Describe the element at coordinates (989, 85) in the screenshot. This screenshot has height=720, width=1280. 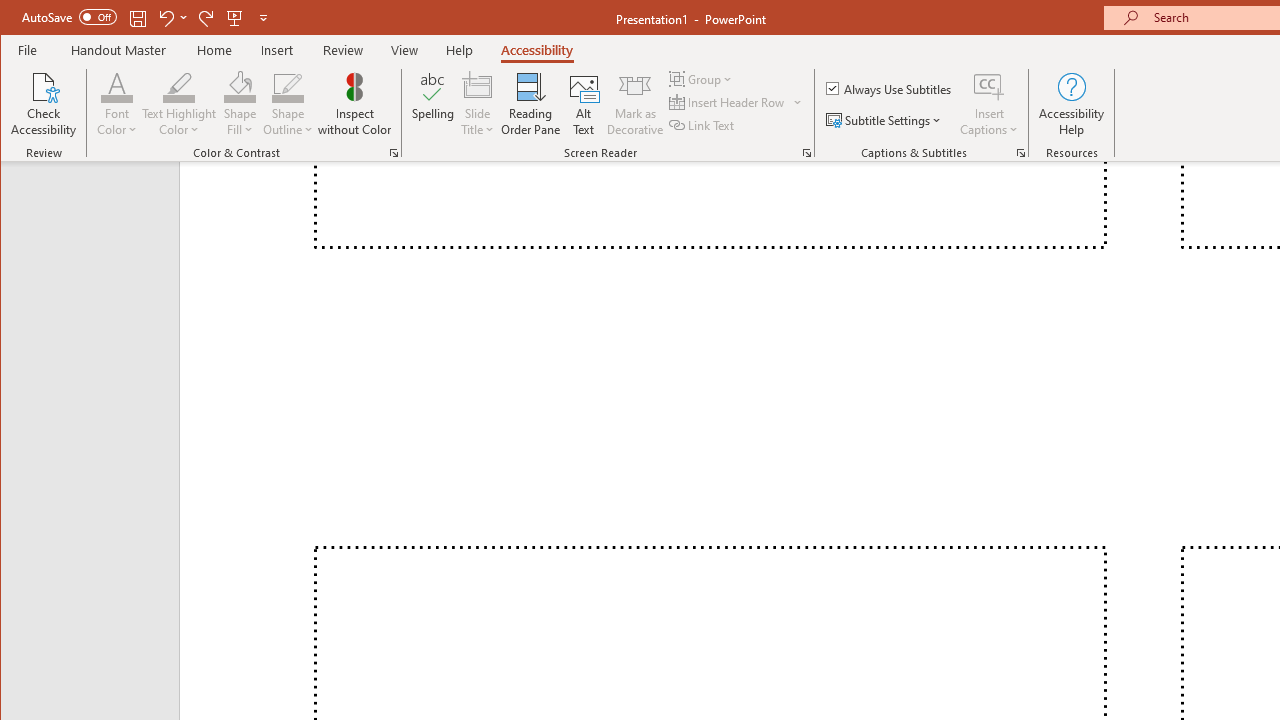
I see `'Insert Captions'` at that location.